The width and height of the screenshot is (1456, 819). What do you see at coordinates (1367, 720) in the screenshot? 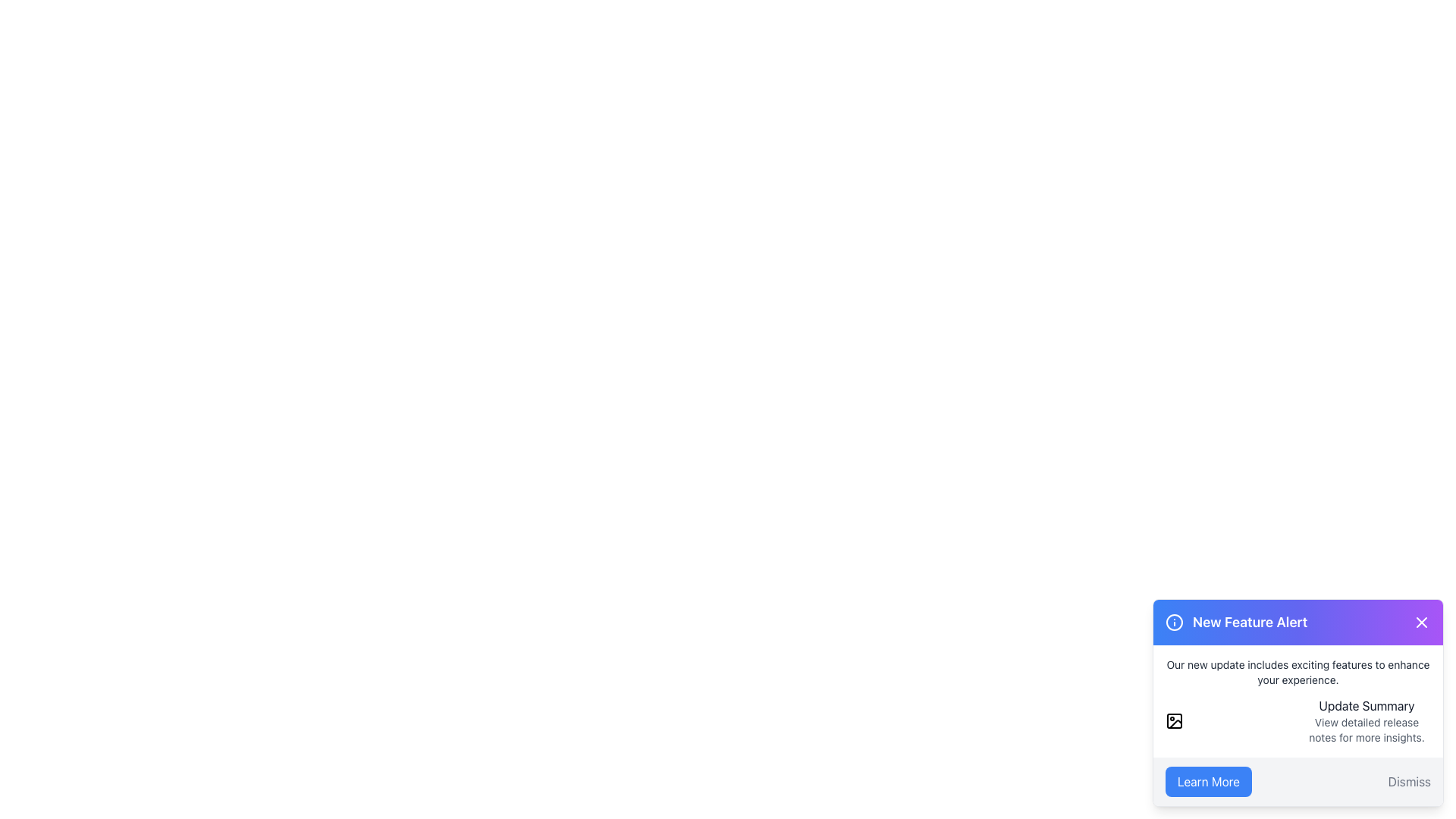
I see `the 'Update Summary' text block located in the bottom-right card-like section of the interface, which contains a heading and subtext in a grid layout` at bounding box center [1367, 720].